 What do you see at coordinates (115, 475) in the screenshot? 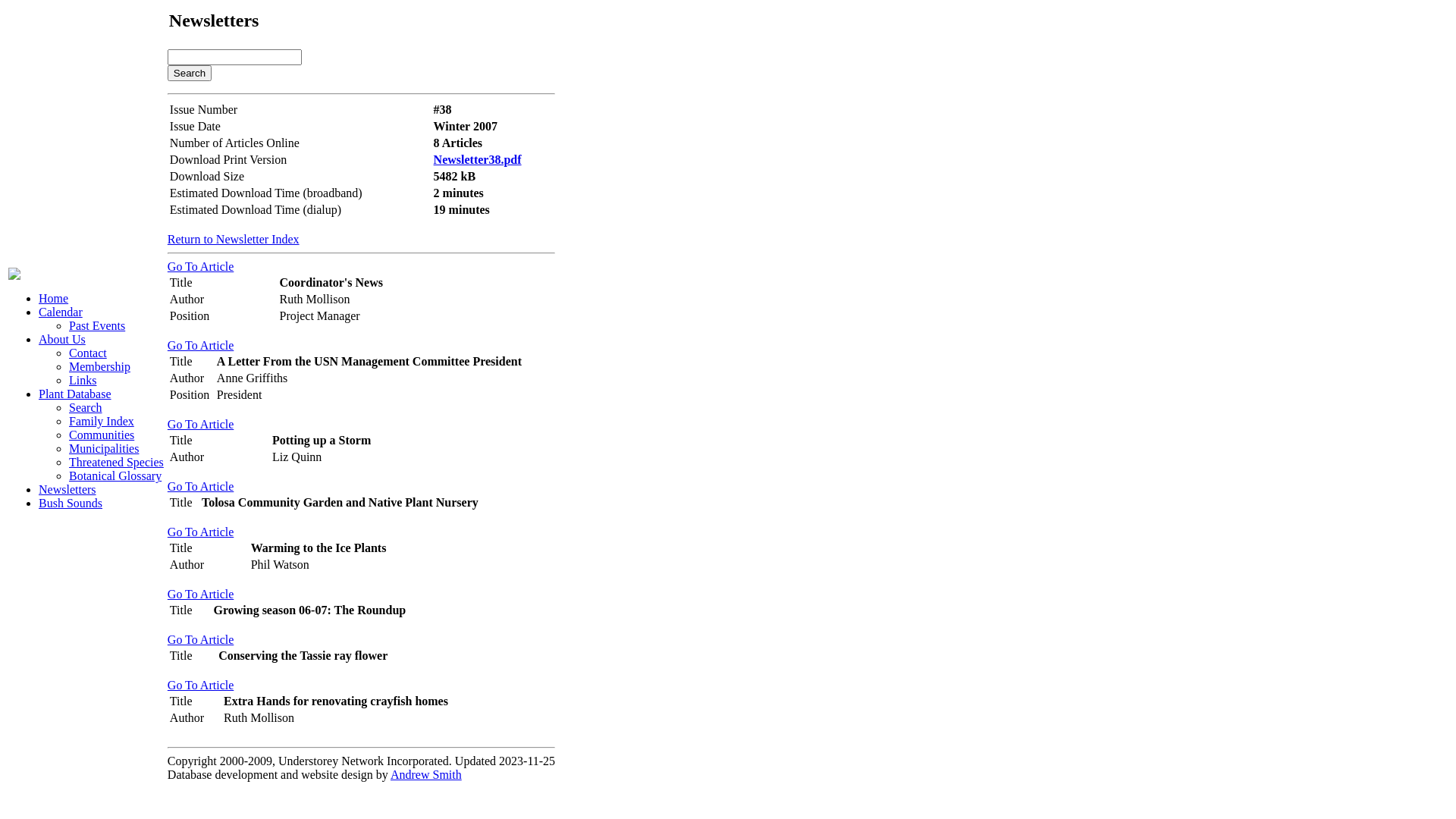
I see `'Botanical Glossary'` at bounding box center [115, 475].